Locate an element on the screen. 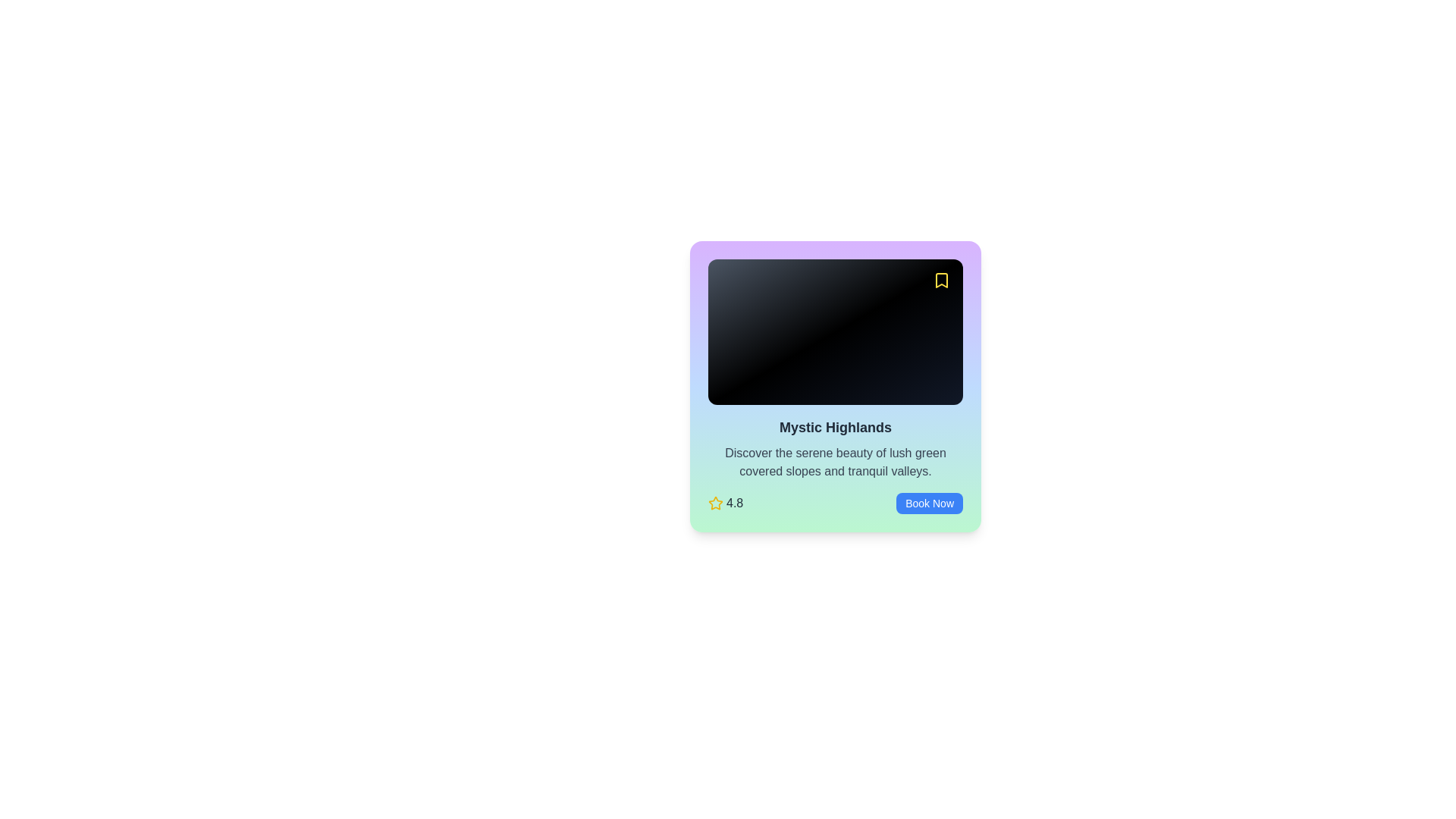 The image size is (1456, 819). the rating visually by focusing on the grouped display consisting of a yellow outlined star icon and the numeric rating '4.8', located at the specified coordinates is located at coordinates (725, 503).